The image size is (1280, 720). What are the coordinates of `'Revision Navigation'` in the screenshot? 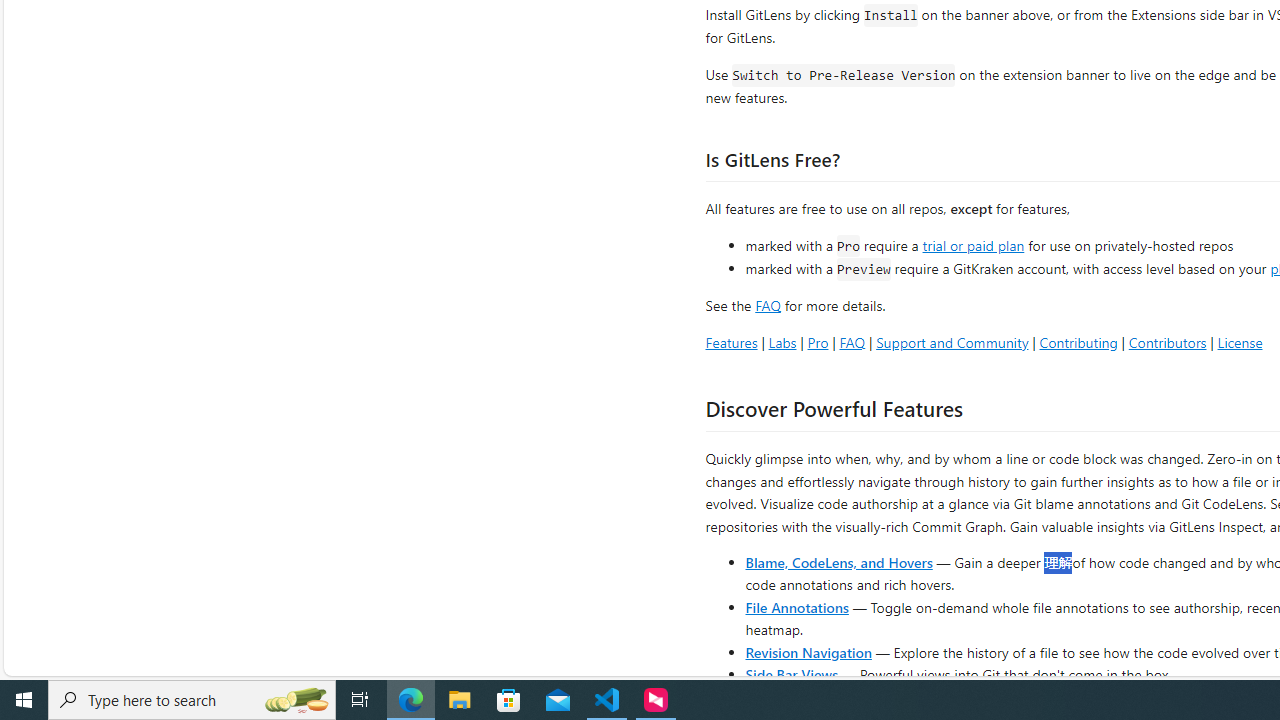 It's located at (808, 651).